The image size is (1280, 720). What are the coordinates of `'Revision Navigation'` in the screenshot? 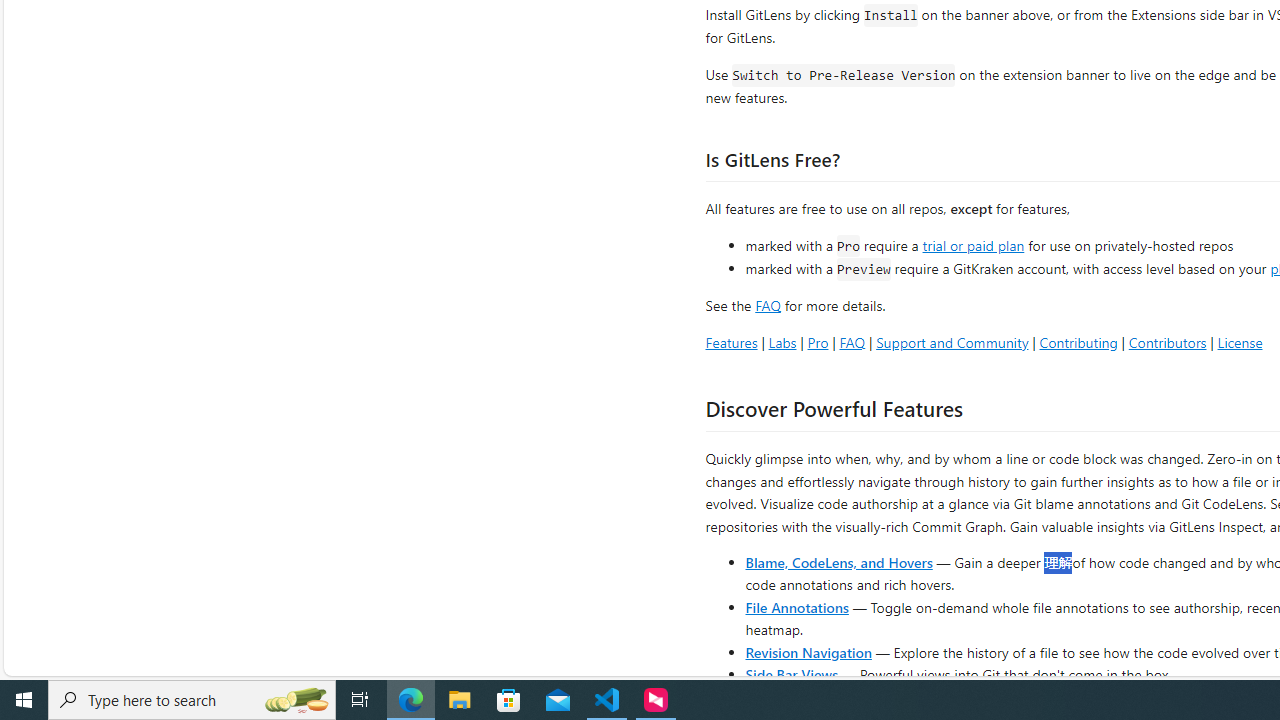 It's located at (808, 651).